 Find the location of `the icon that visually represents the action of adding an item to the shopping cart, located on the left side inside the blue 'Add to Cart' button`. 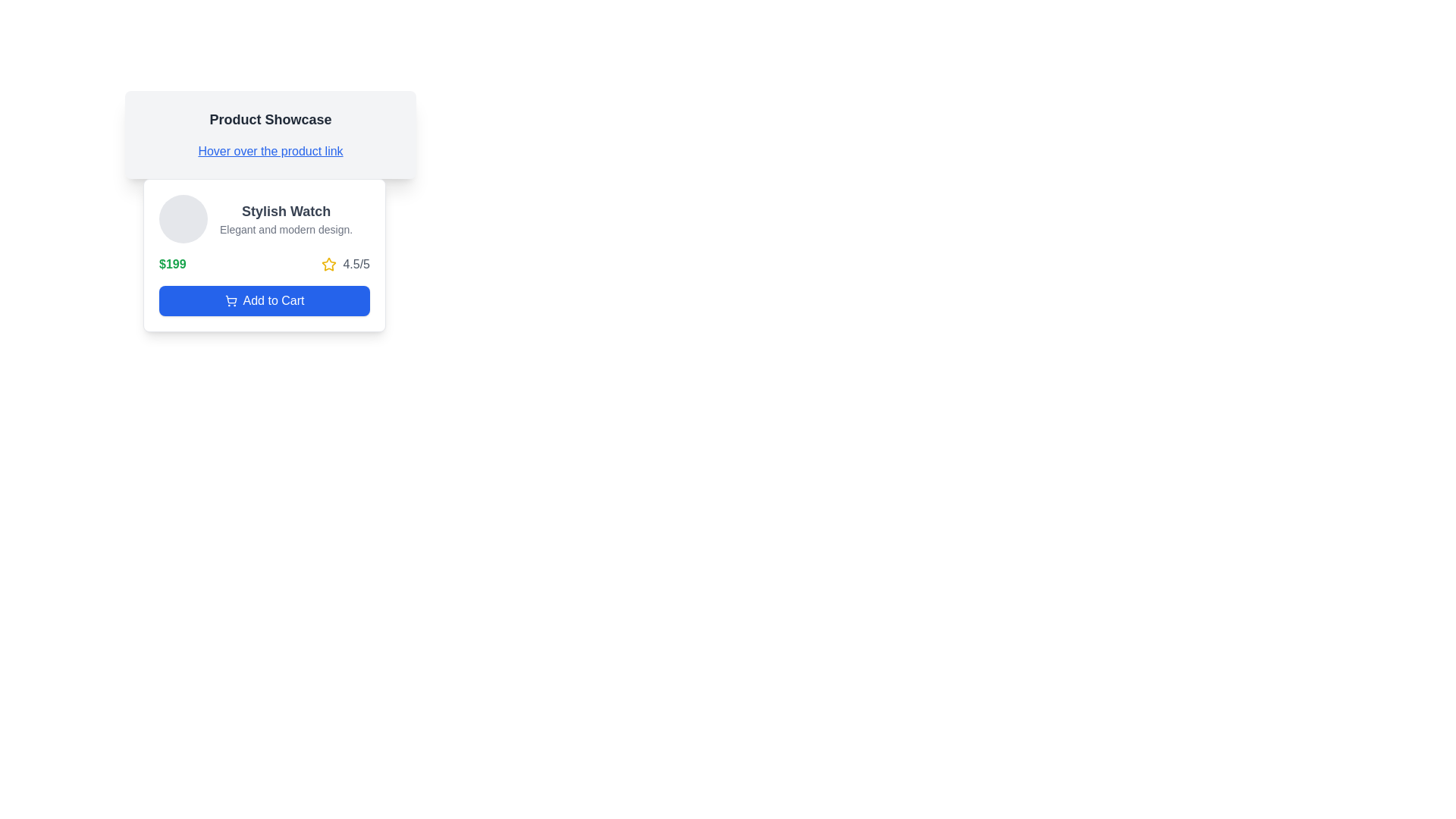

the icon that visually represents the action of adding an item to the shopping cart, located on the left side inside the blue 'Add to Cart' button is located at coordinates (230, 301).